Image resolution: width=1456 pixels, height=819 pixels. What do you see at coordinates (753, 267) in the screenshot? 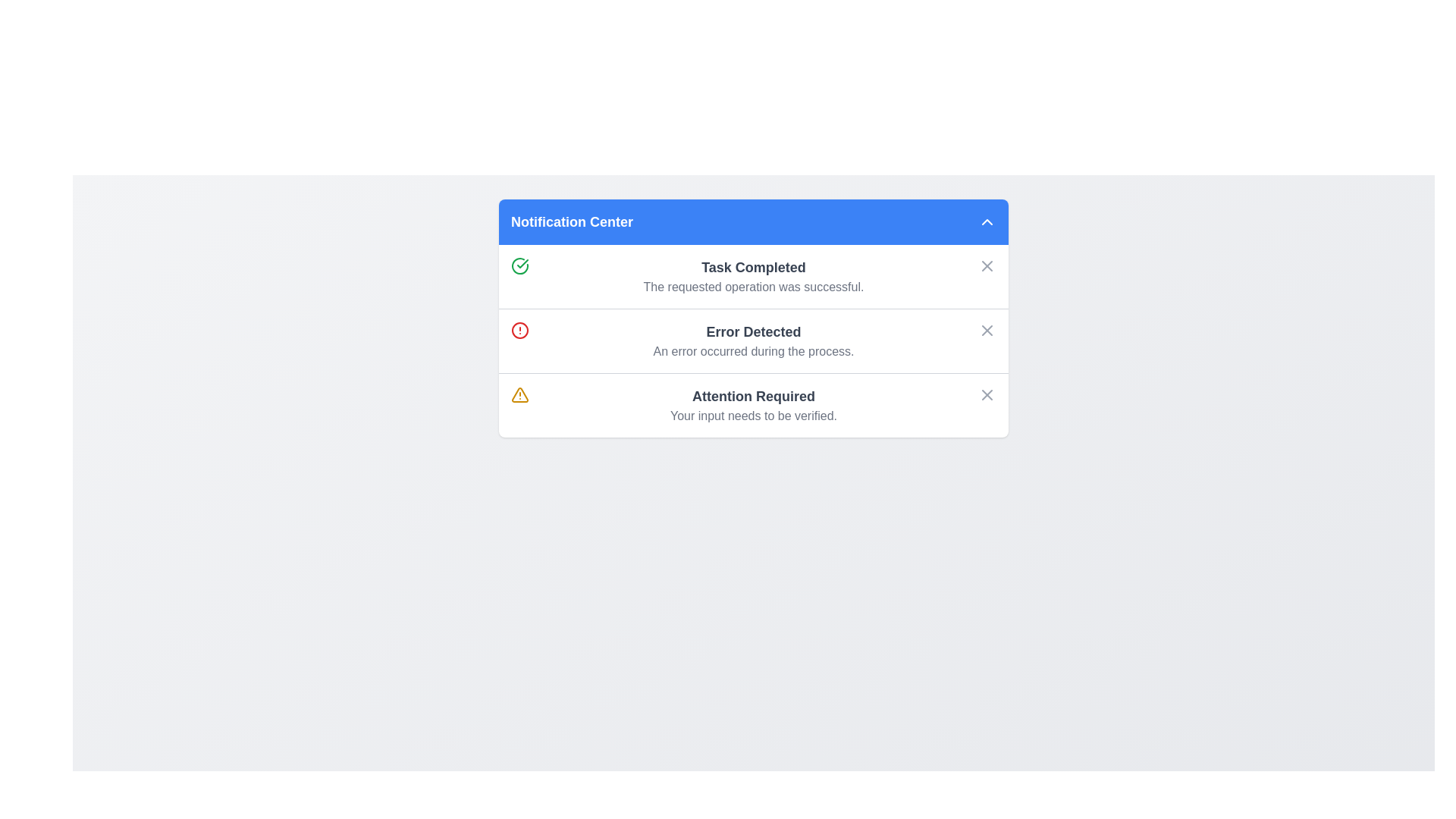
I see `text displayed in the bold 'Task Completed' label at the top of the notification entry in the Notification Center` at bounding box center [753, 267].